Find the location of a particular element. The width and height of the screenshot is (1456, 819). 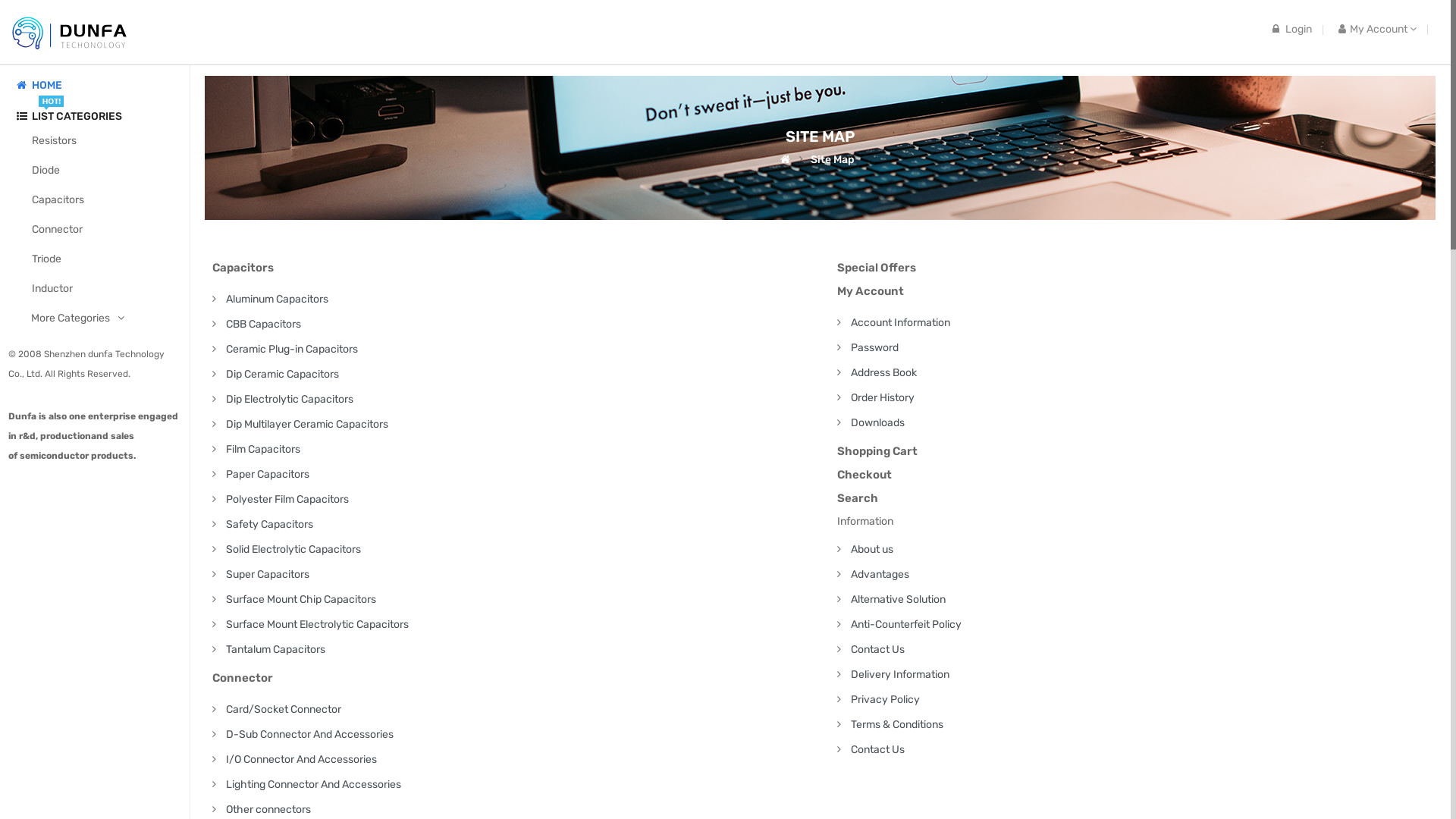

'CBB Capacitors' is located at coordinates (224, 323).